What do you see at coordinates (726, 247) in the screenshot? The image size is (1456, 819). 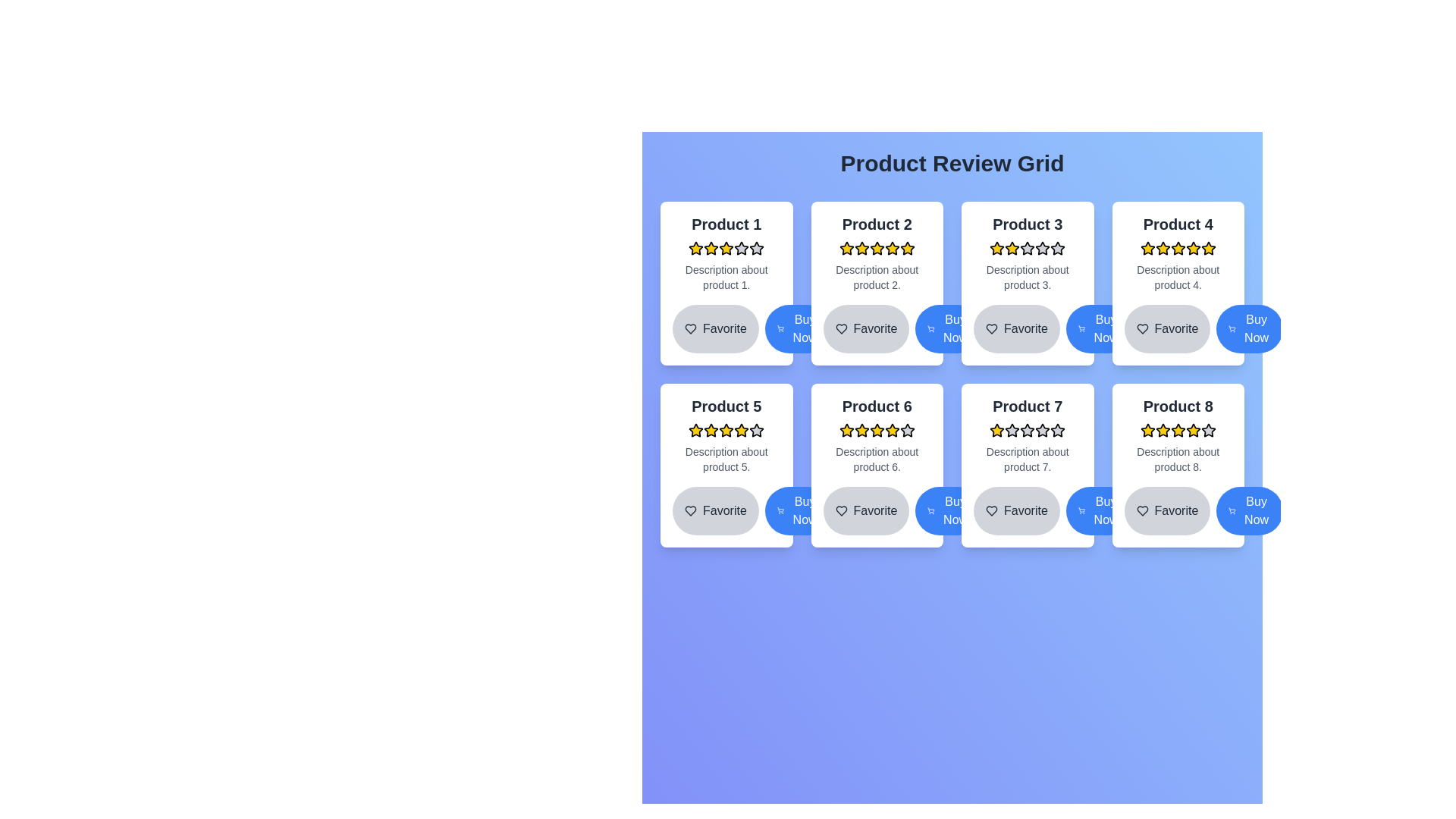 I see `the filled yellow star-shaped icon, which is the second star in the 5-star rating component located in the 'Product 1' card in the top-left corner of the product grid` at bounding box center [726, 247].